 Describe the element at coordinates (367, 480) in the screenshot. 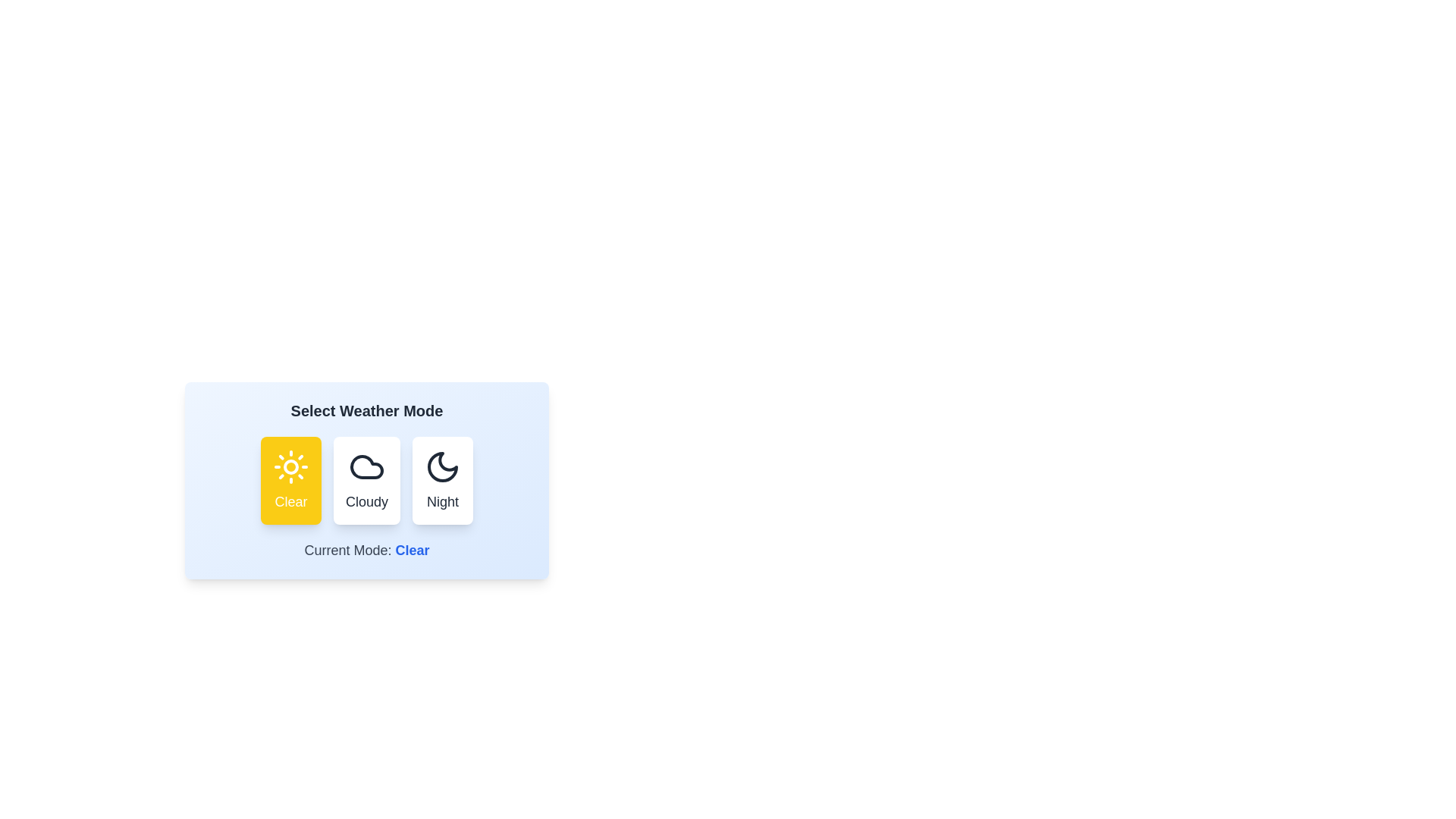

I see `the Cloudy button to view its hover effect` at that location.